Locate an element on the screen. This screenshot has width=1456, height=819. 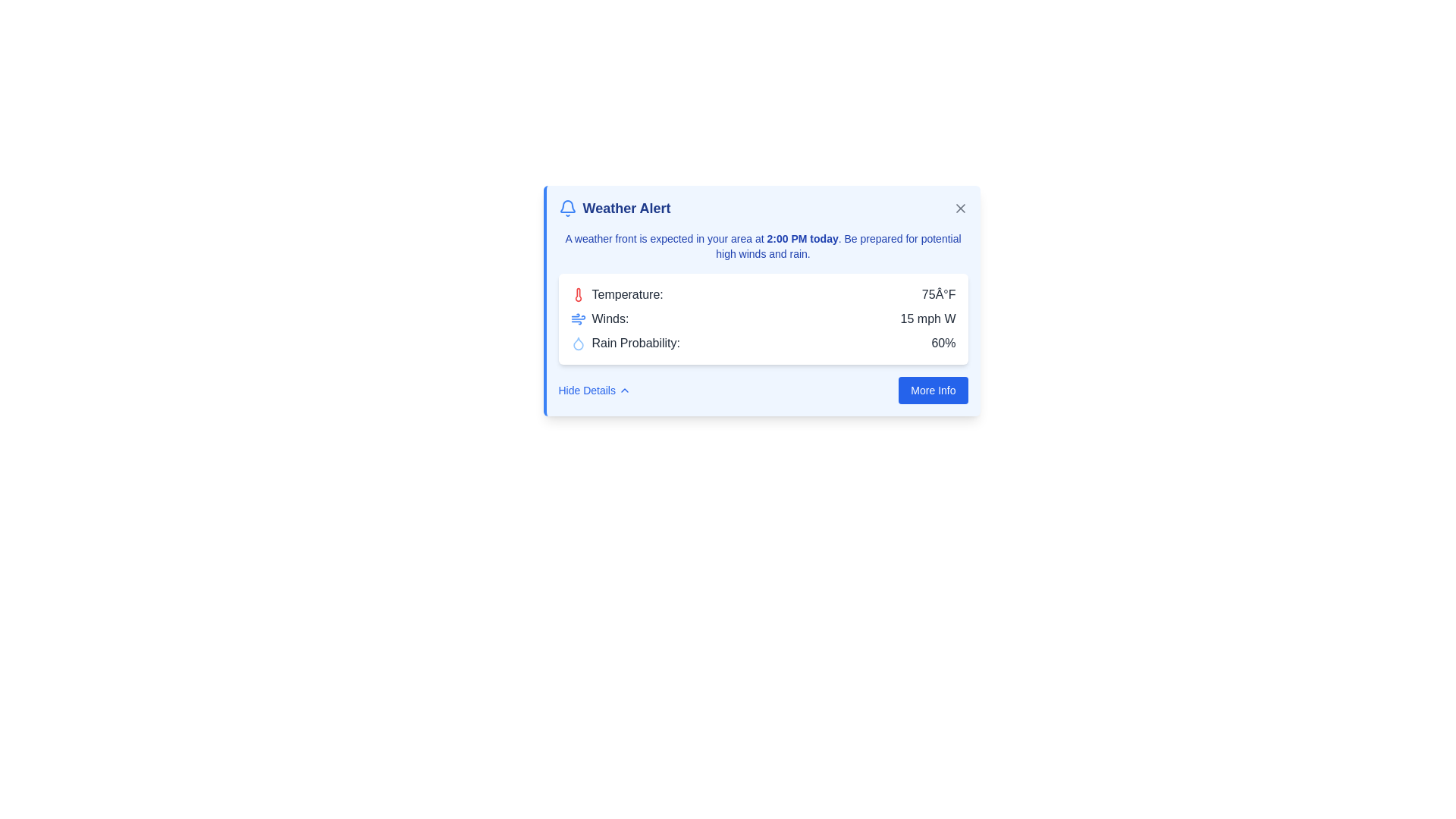
the rain icon located in the 'Weather Alert' panel, specifically to the left of the text 'Rain Probability: 60%' is located at coordinates (577, 343).